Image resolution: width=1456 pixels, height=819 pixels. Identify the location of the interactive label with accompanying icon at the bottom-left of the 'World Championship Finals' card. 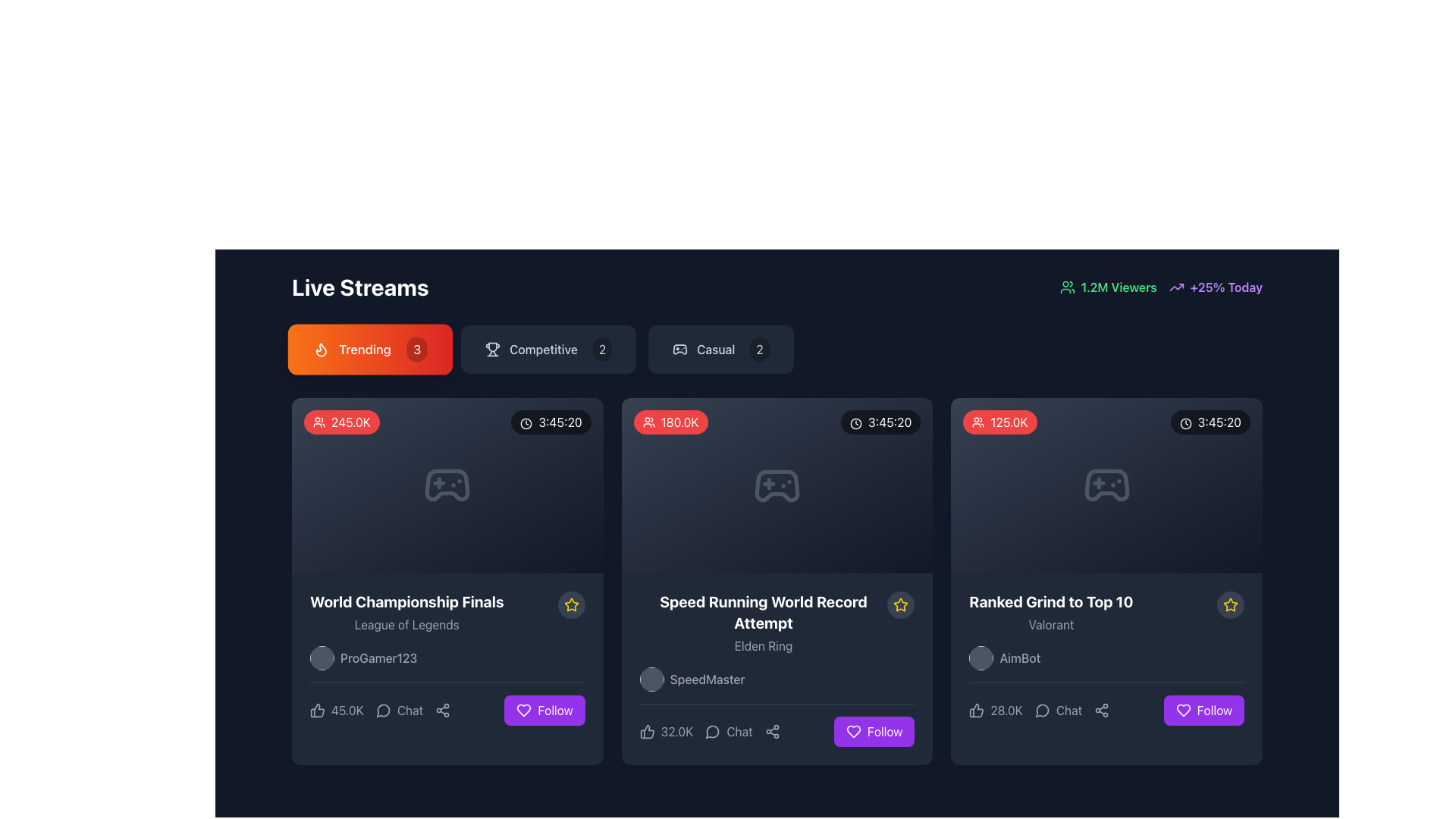
(380, 711).